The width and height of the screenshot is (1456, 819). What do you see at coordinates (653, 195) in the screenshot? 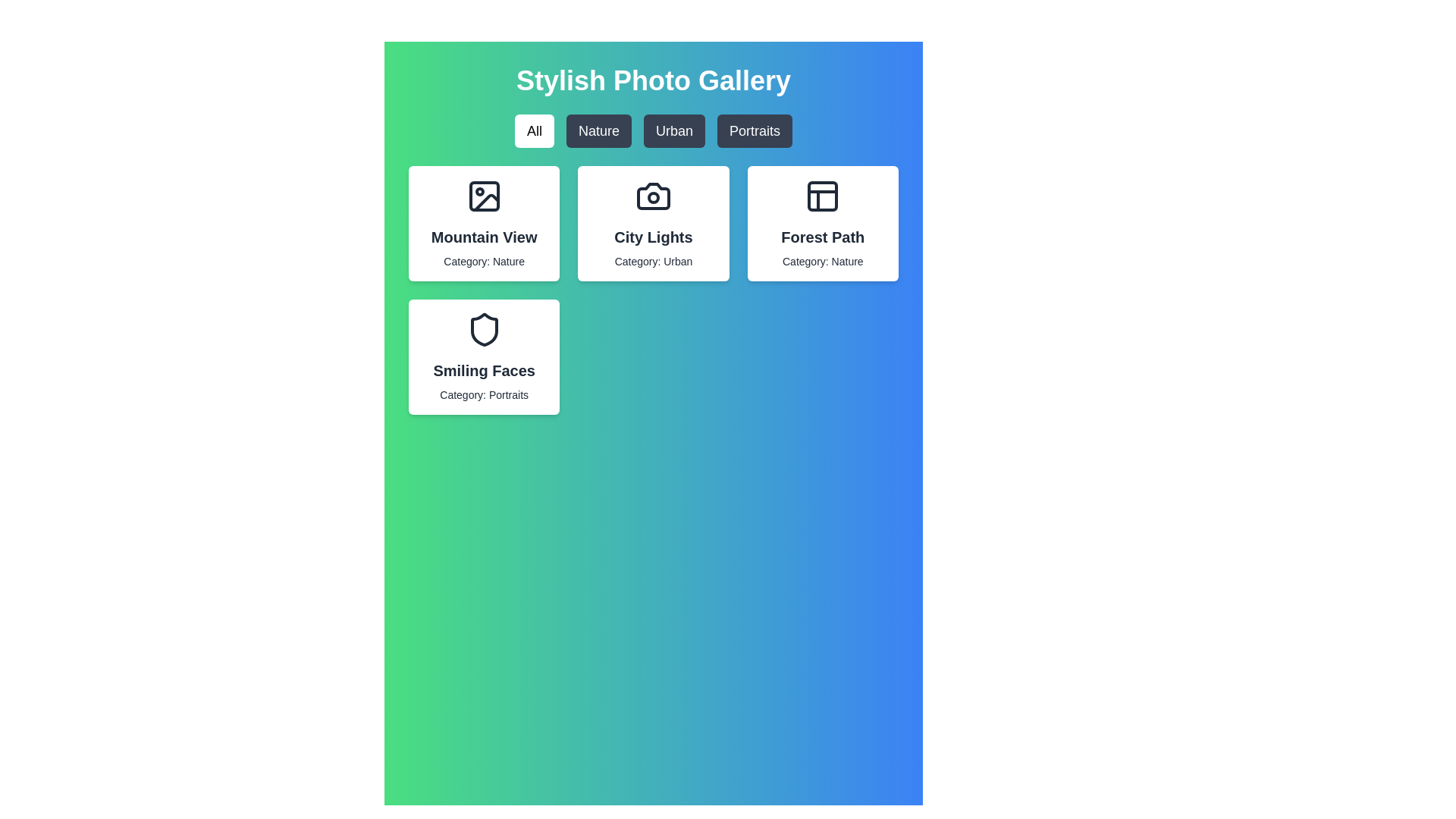
I see `the 'City Lights' icon located in the center of the top row of the cards section, which visually represents urban photography` at bounding box center [653, 195].